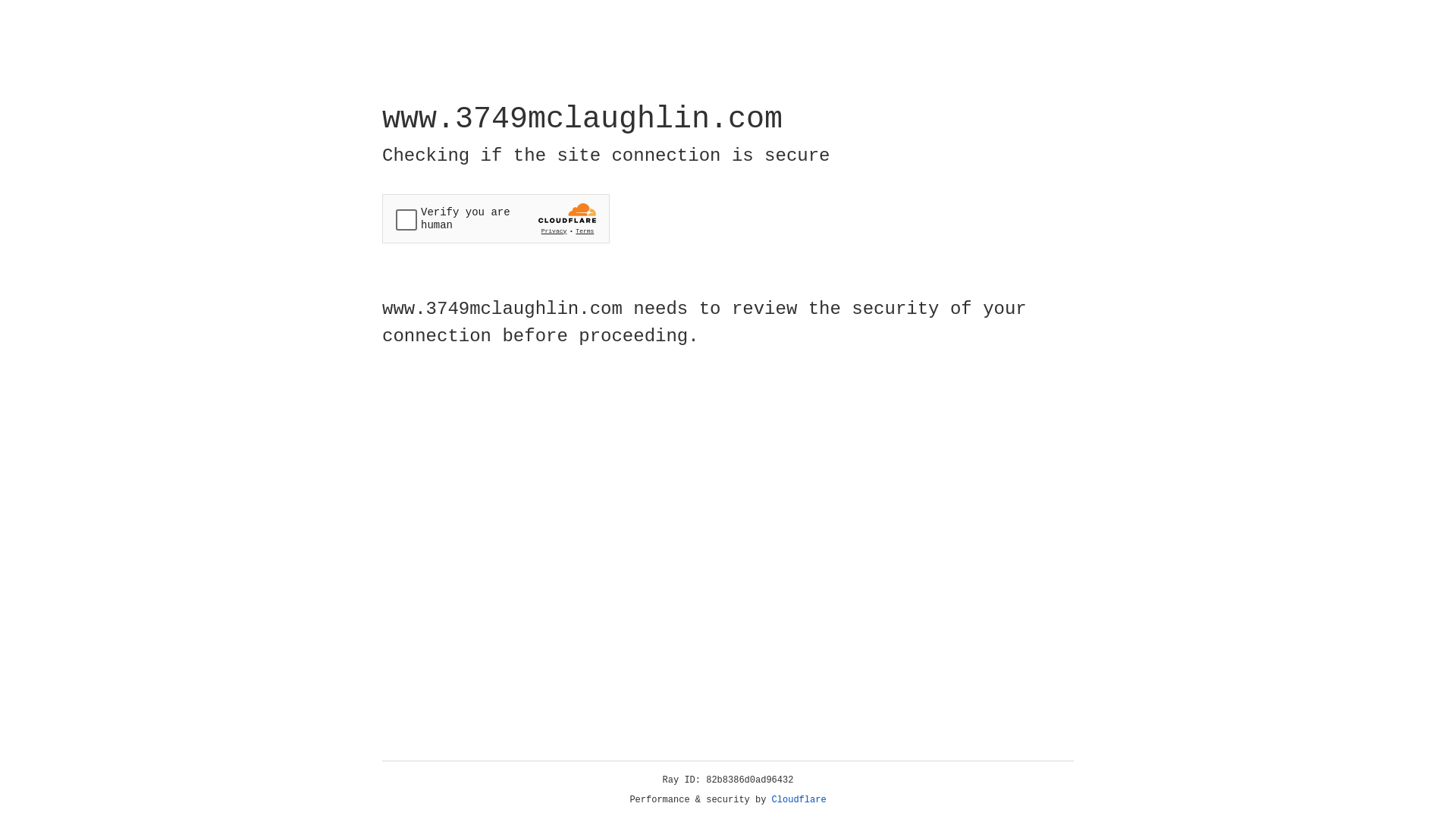 The width and height of the screenshot is (1456, 819). I want to click on 'Cloudflare', so click(799, 799).